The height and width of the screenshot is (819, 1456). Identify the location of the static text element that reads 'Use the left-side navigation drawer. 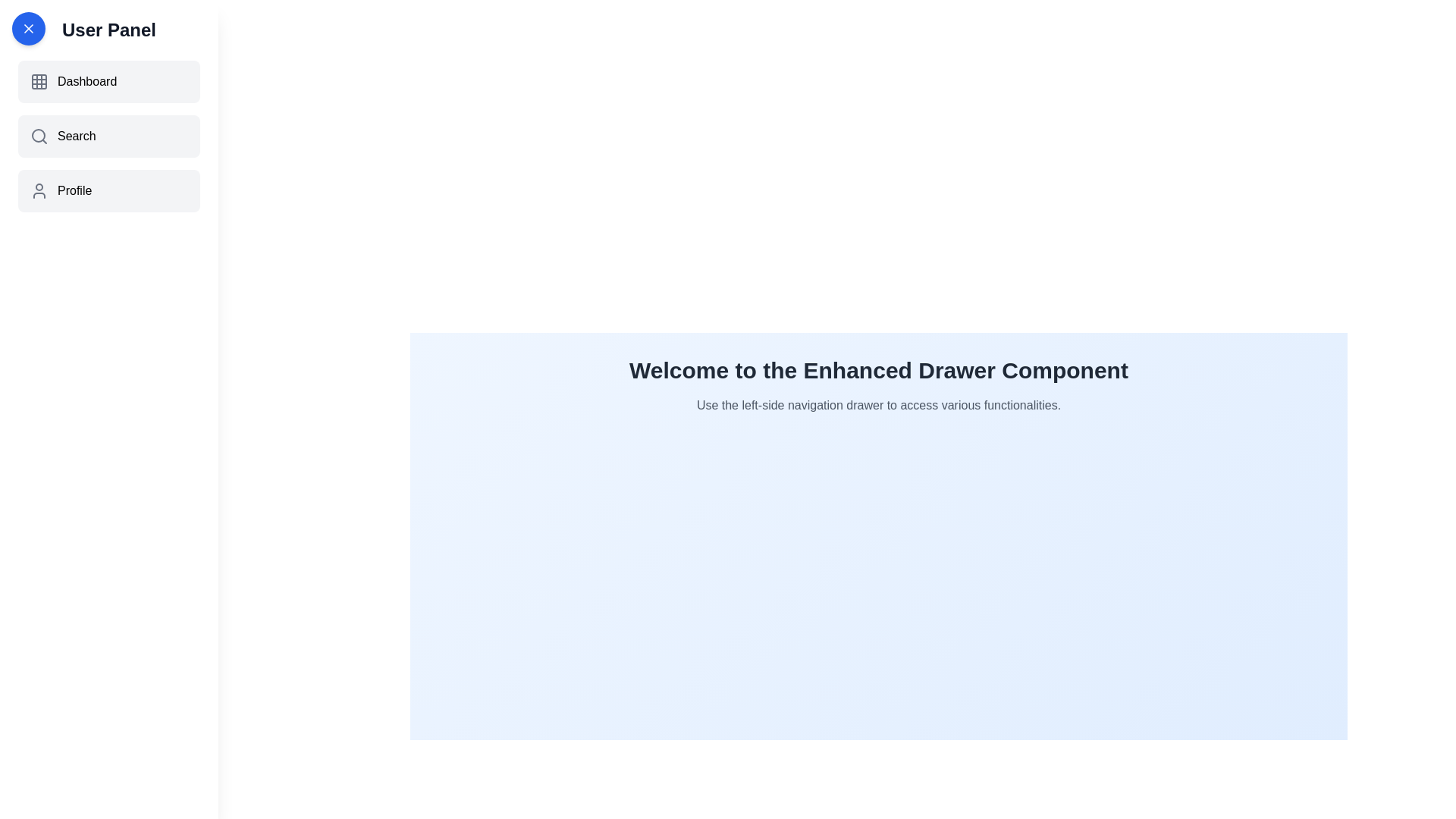
(878, 405).